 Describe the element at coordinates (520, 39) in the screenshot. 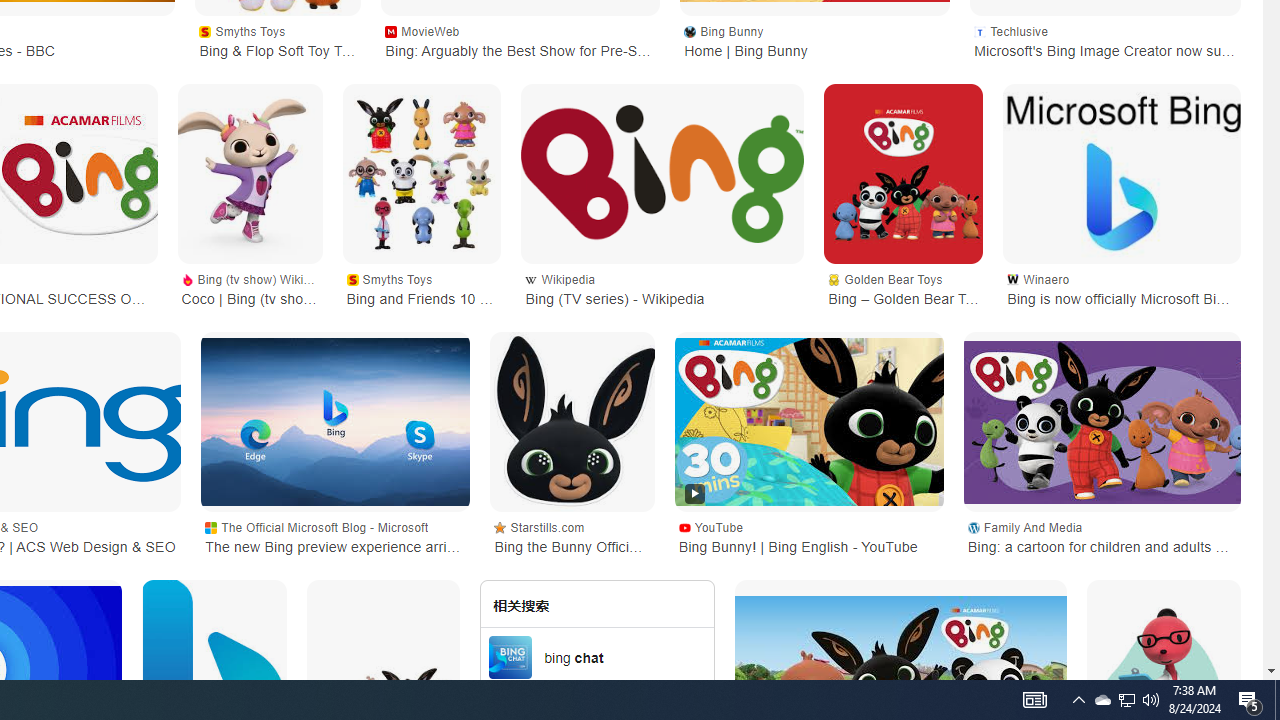

I see `'MovieWeb Bing: Arguably the Best Show for Pre-Schoolers'` at that location.